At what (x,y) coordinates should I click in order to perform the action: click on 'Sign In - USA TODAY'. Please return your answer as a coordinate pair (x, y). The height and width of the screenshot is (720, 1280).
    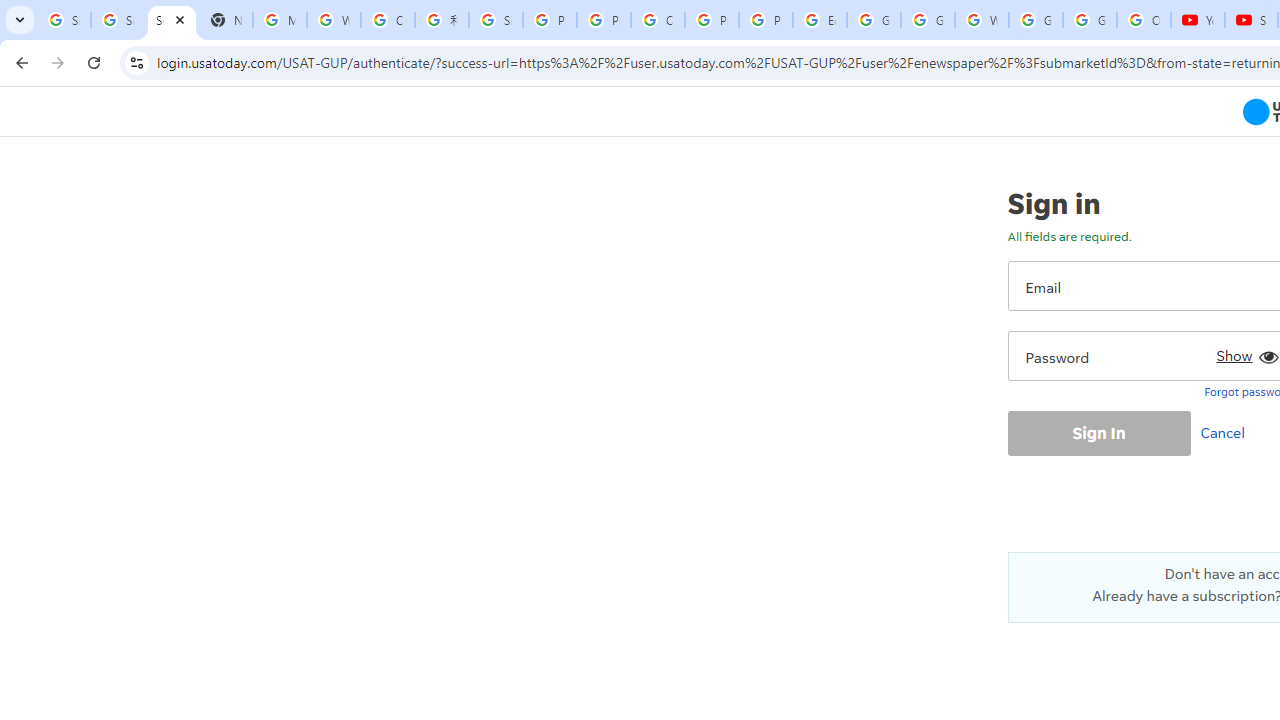
    Looking at the image, I should click on (171, 20).